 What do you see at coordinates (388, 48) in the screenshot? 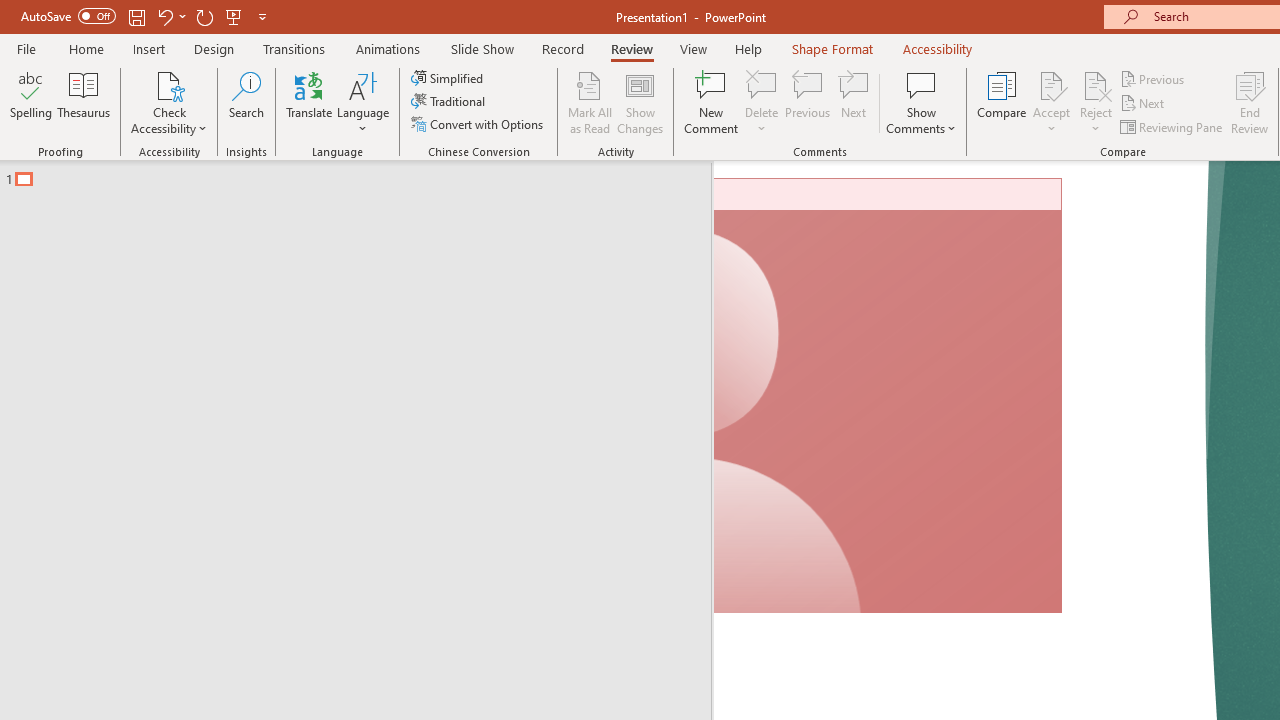
I see `'Animations'` at bounding box center [388, 48].